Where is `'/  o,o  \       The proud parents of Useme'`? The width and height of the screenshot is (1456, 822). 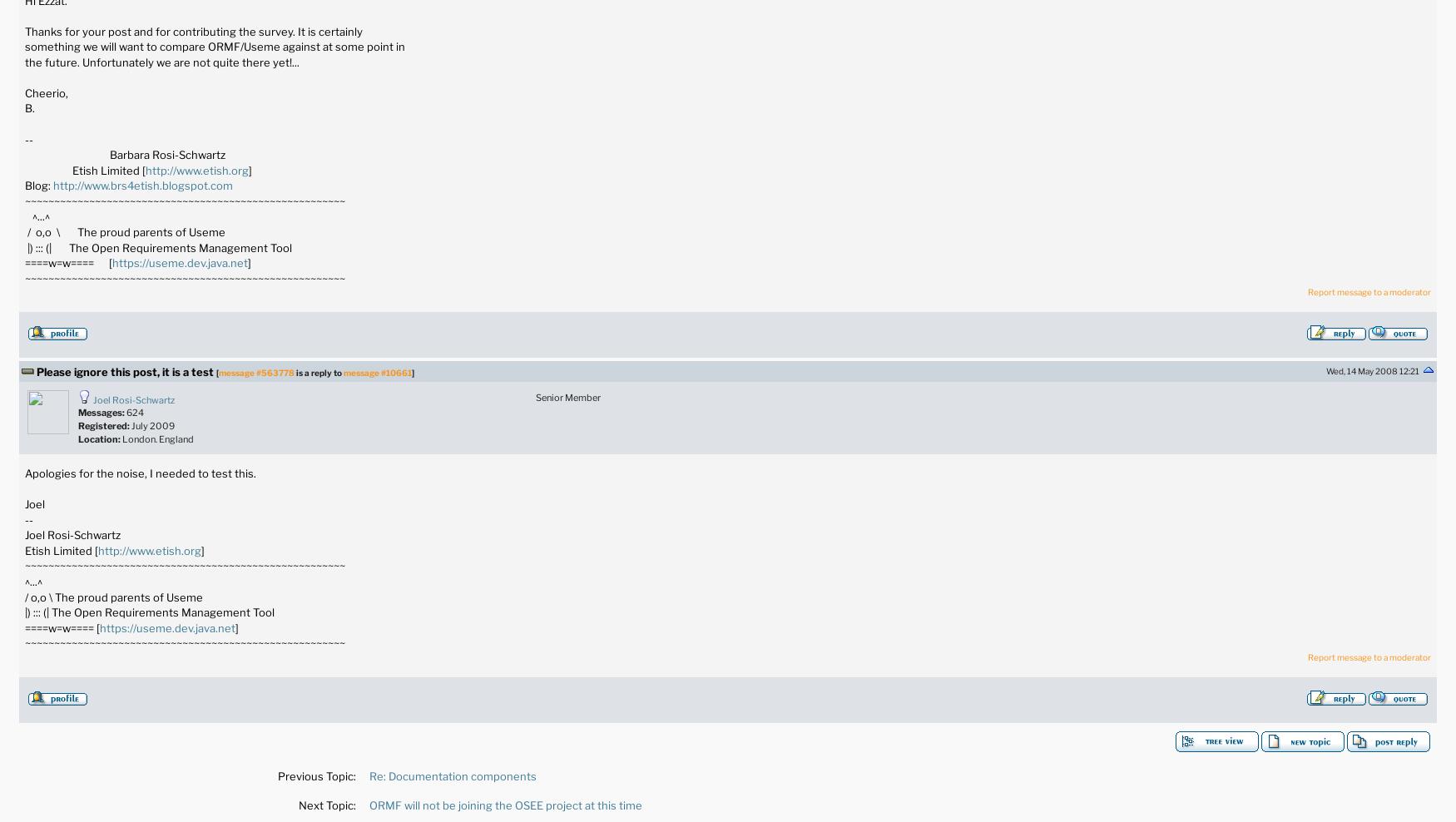
'/  o,o  \       The proud parents of Useme' is located at coordinates (111, 596).